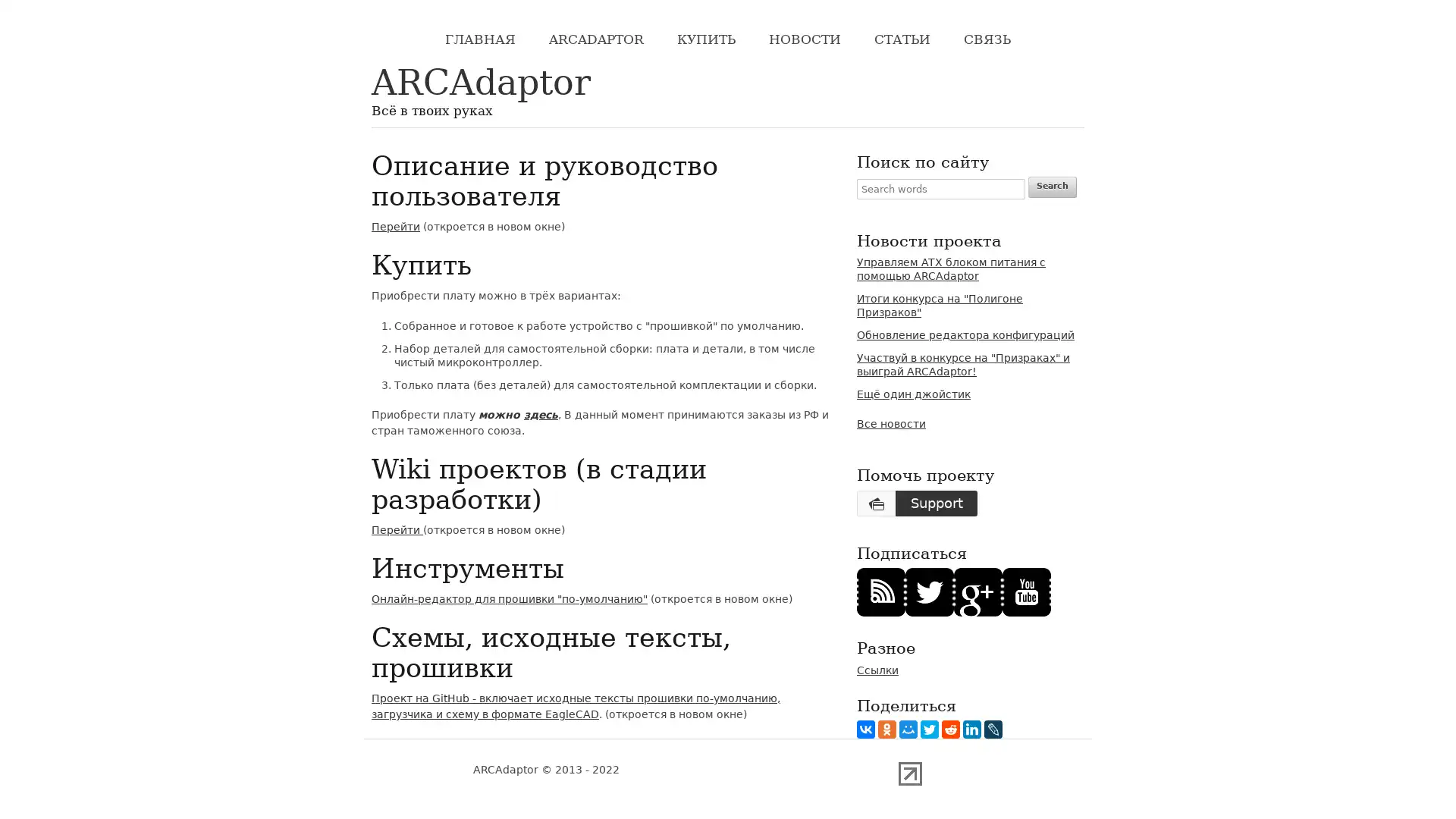  What do you see at coordinates (1051, 186) in the screenshot?
I see `Search` at bounding box center [1051, 186].